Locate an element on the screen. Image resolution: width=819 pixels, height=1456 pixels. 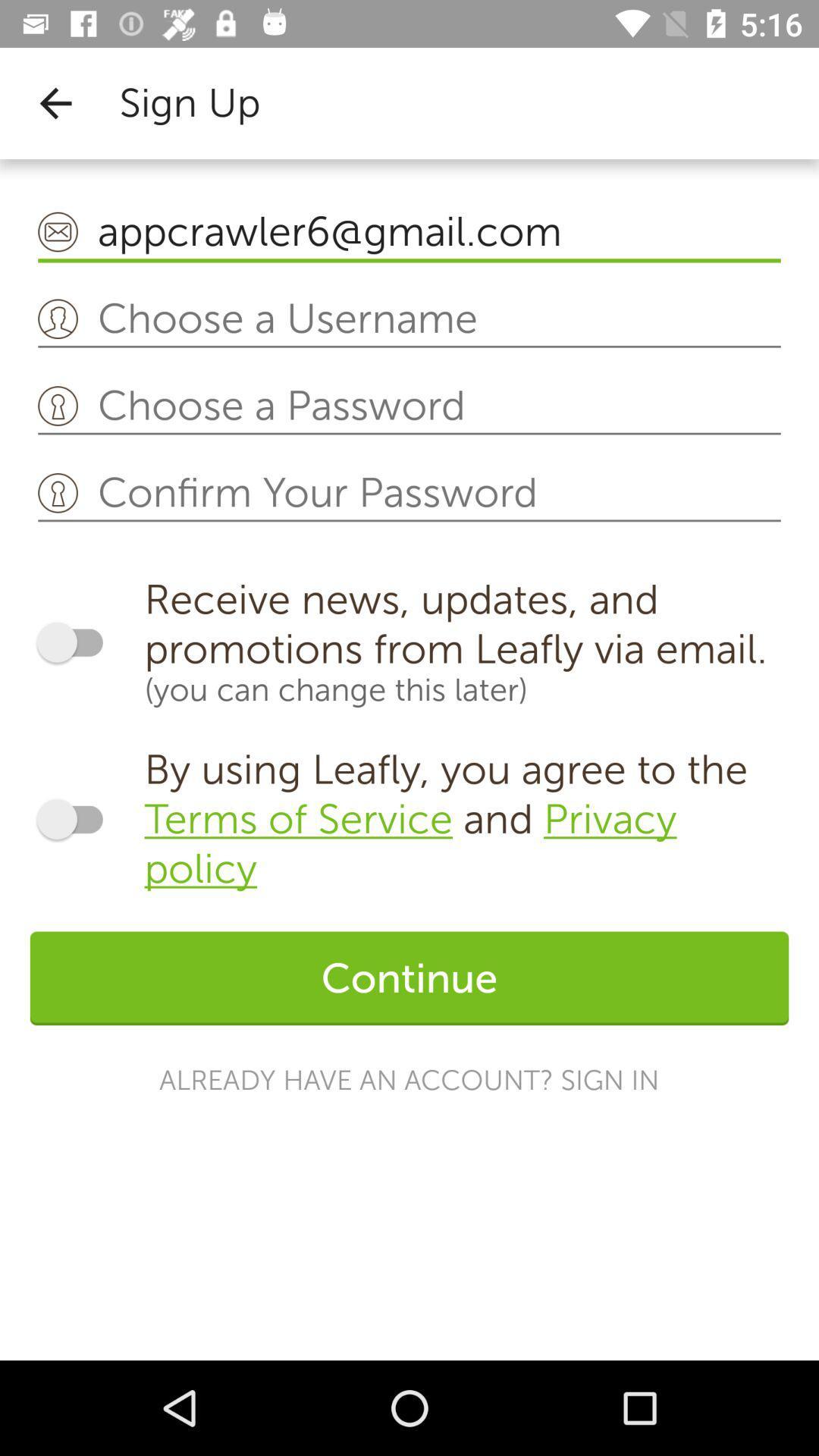
the item above the appcrawler6@gmail.com icon is located at coordinates (55, 102).